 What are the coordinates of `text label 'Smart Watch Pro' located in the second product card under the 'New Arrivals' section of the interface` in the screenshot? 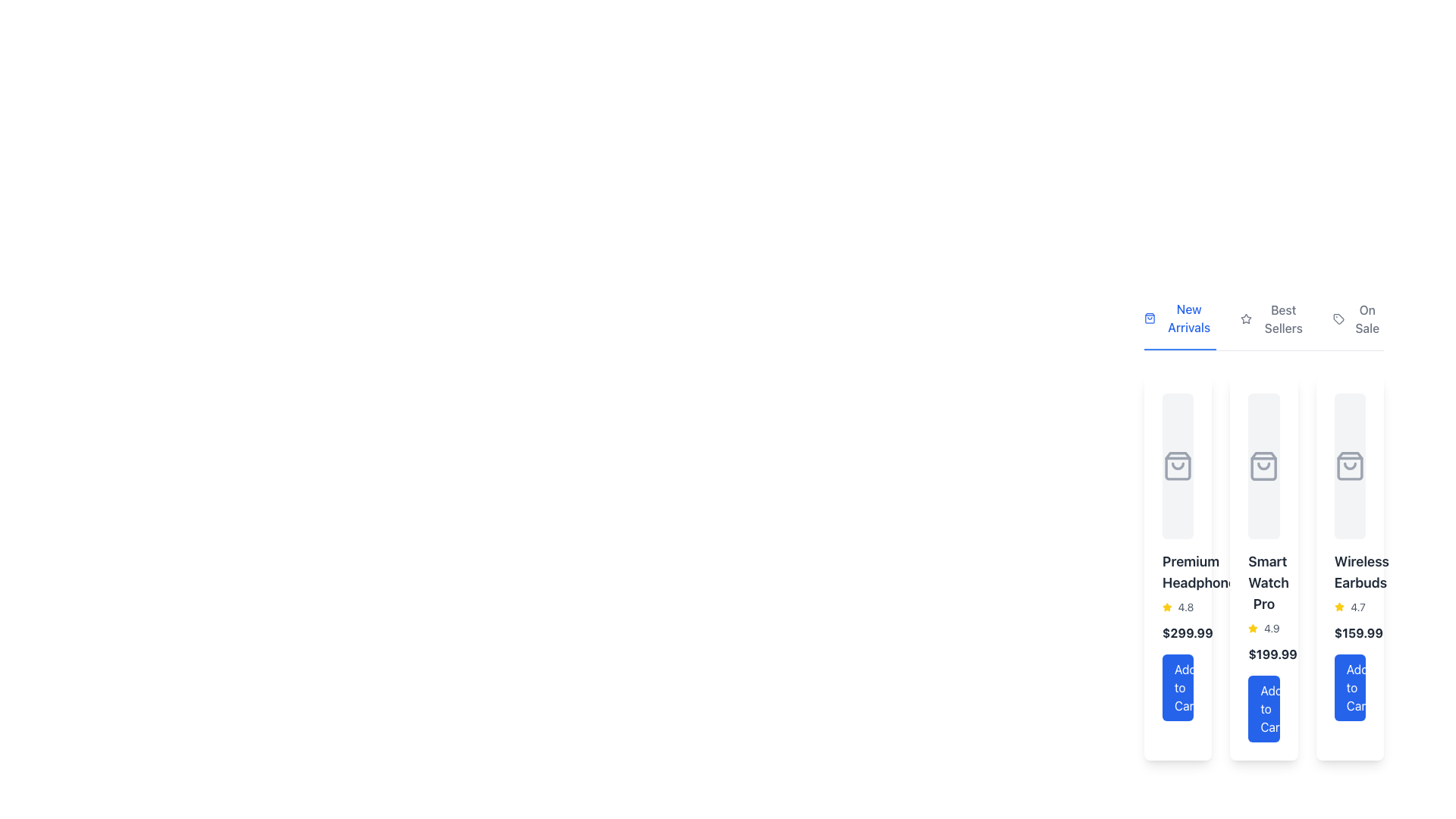 It's located at (1263, 582).